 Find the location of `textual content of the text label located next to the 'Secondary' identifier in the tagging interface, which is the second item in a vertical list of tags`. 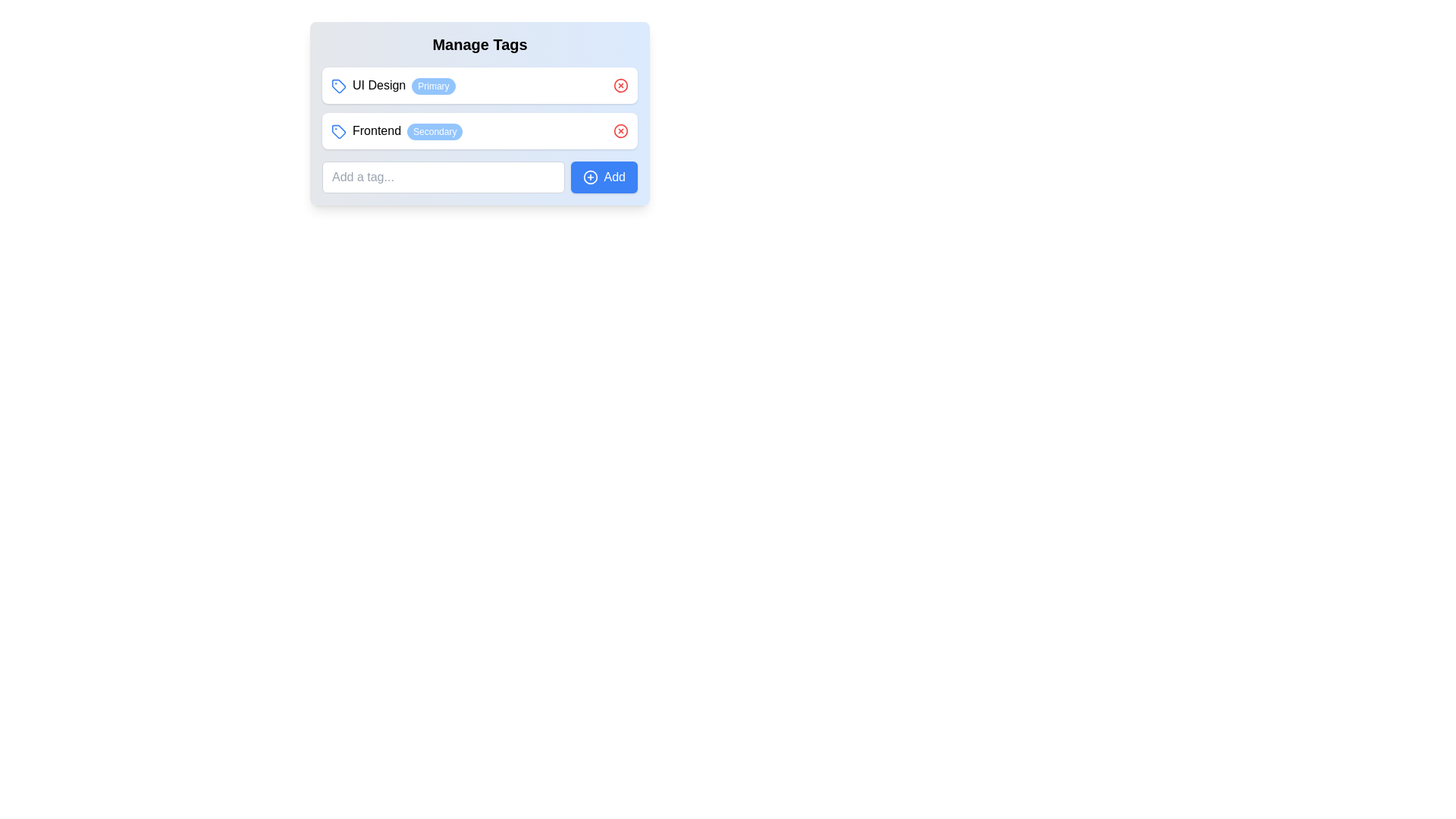

textual content of the text label located next to the 'Secondary' identifier in the tagging interface, which is the second item in a vertical list of tags is located at coordinates (377, 130).